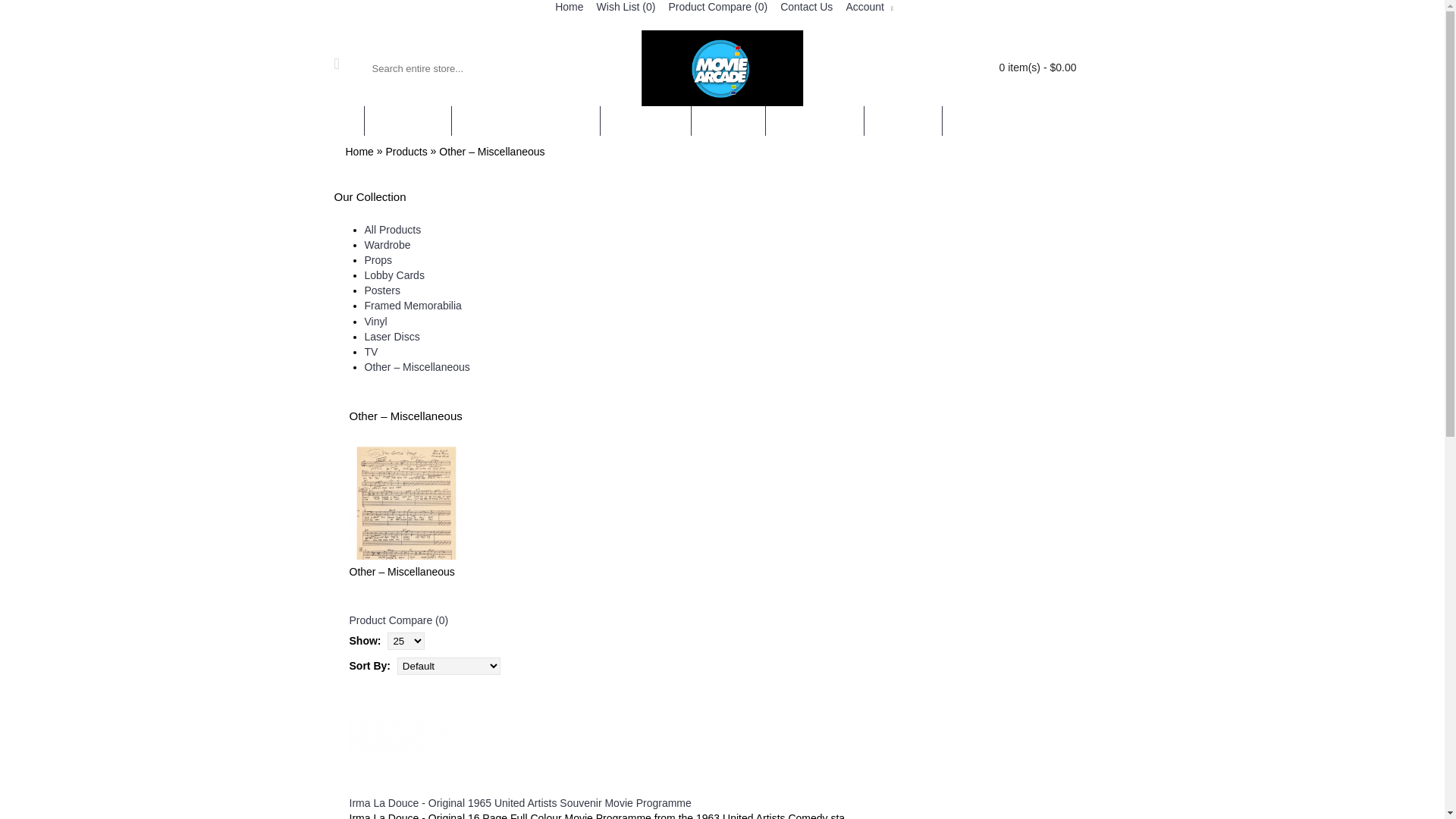 The image size is (1456, 819). I want to click on 'Vinyl', so click(375, 321).